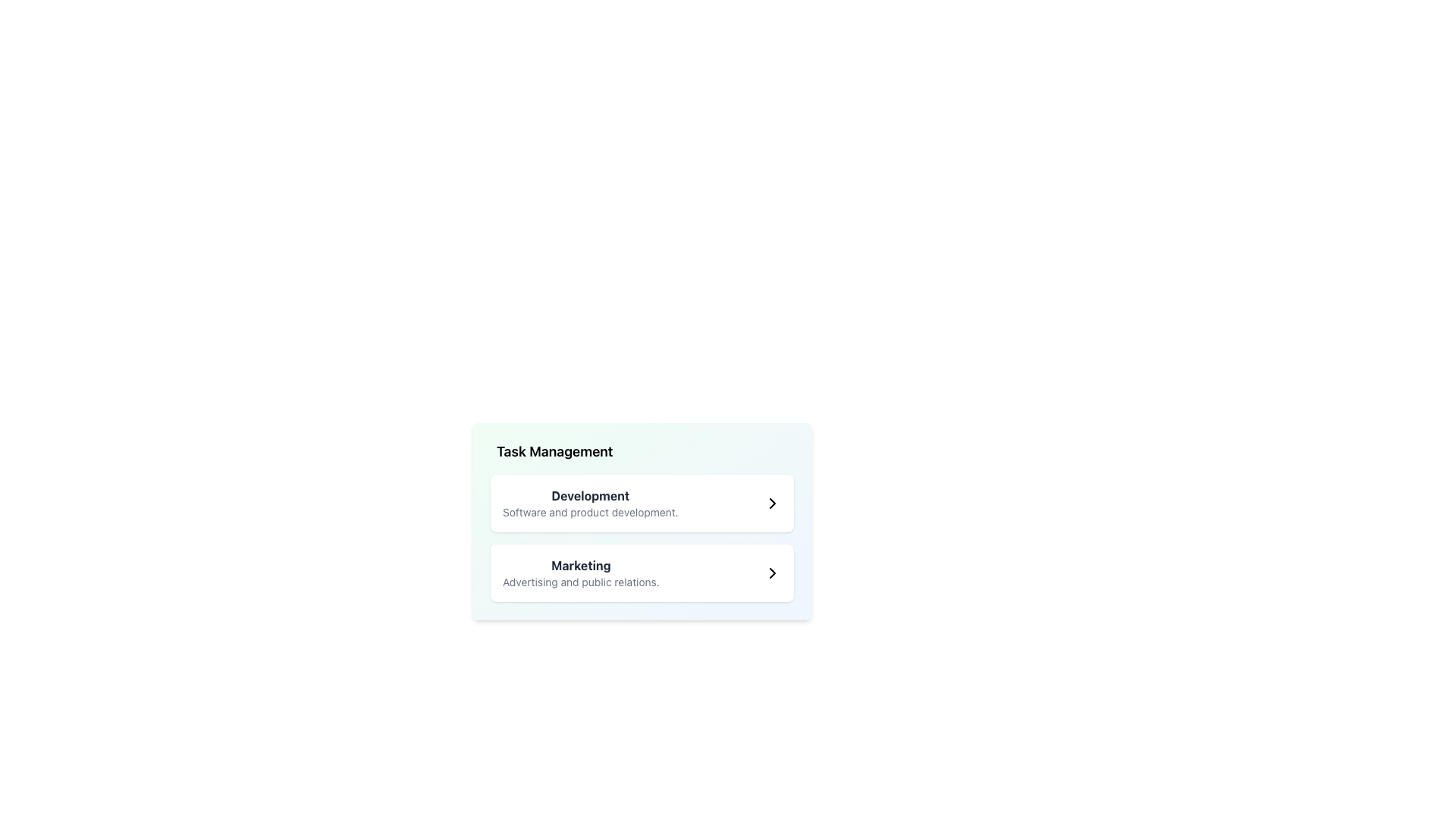 This screenshot has width=1456, height=819. Describe the element at coordinates (642, 503) in the screenshot. I see `the first selectable list item that provides information about software and product development` at that location.